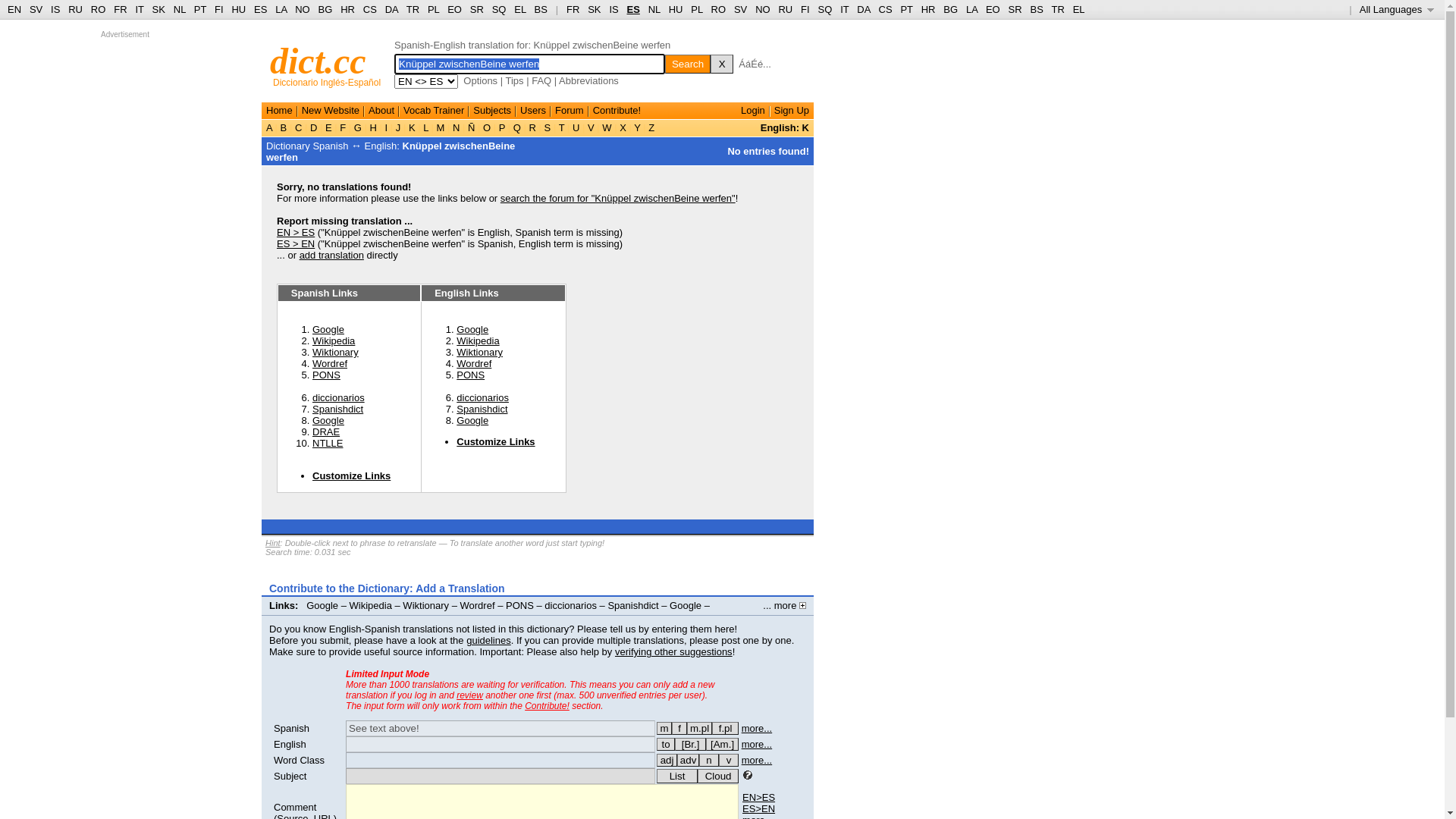 This screenshot has width=1456, height=819. Describe the element at coordinates (425, 127) in the screenshot. I see `'L'` at that location.